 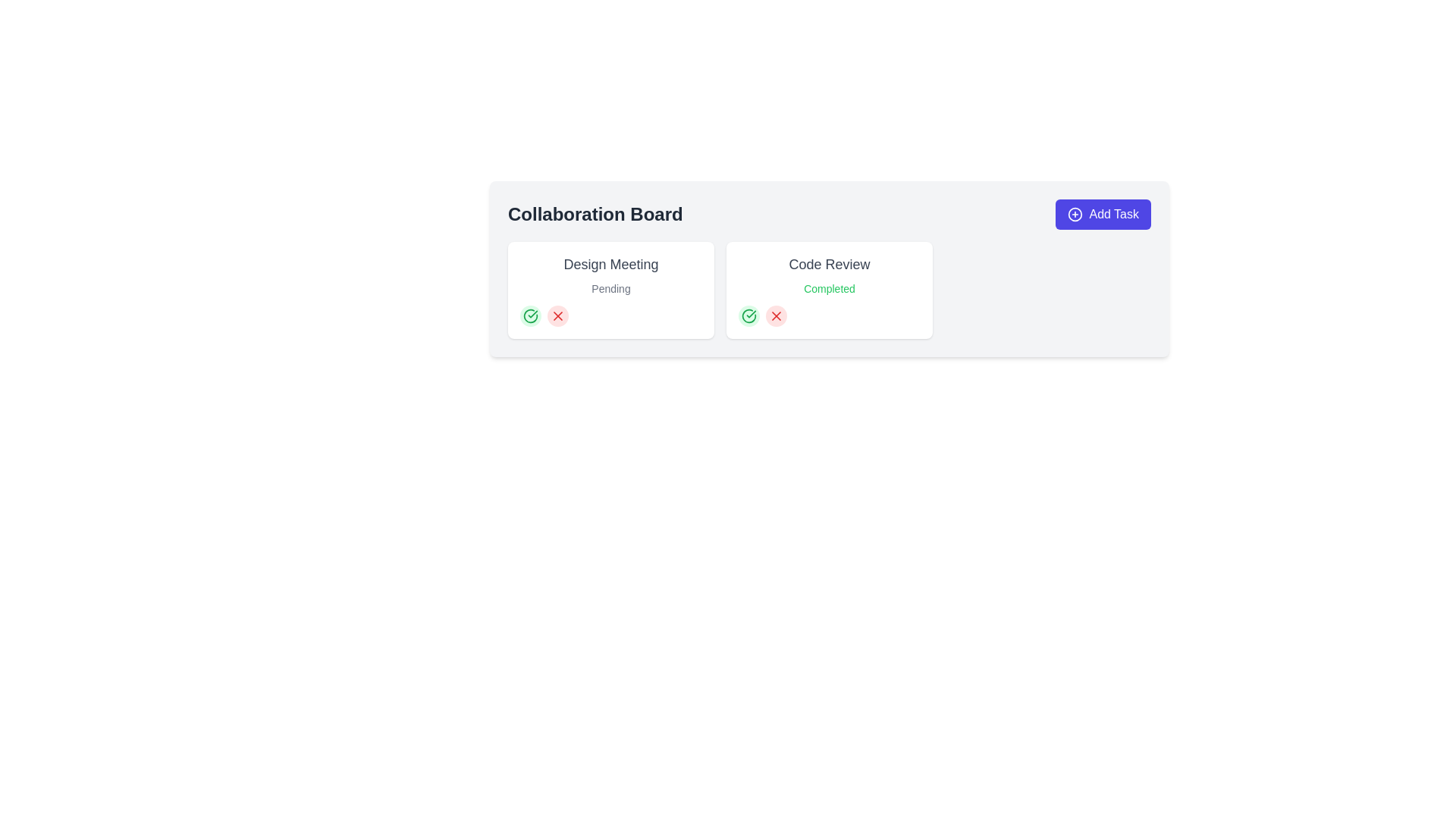 I want to click on the 'Collaboration Board' text label located in the header section of the card interface, aligned to the left, so click(x=595, y=214).